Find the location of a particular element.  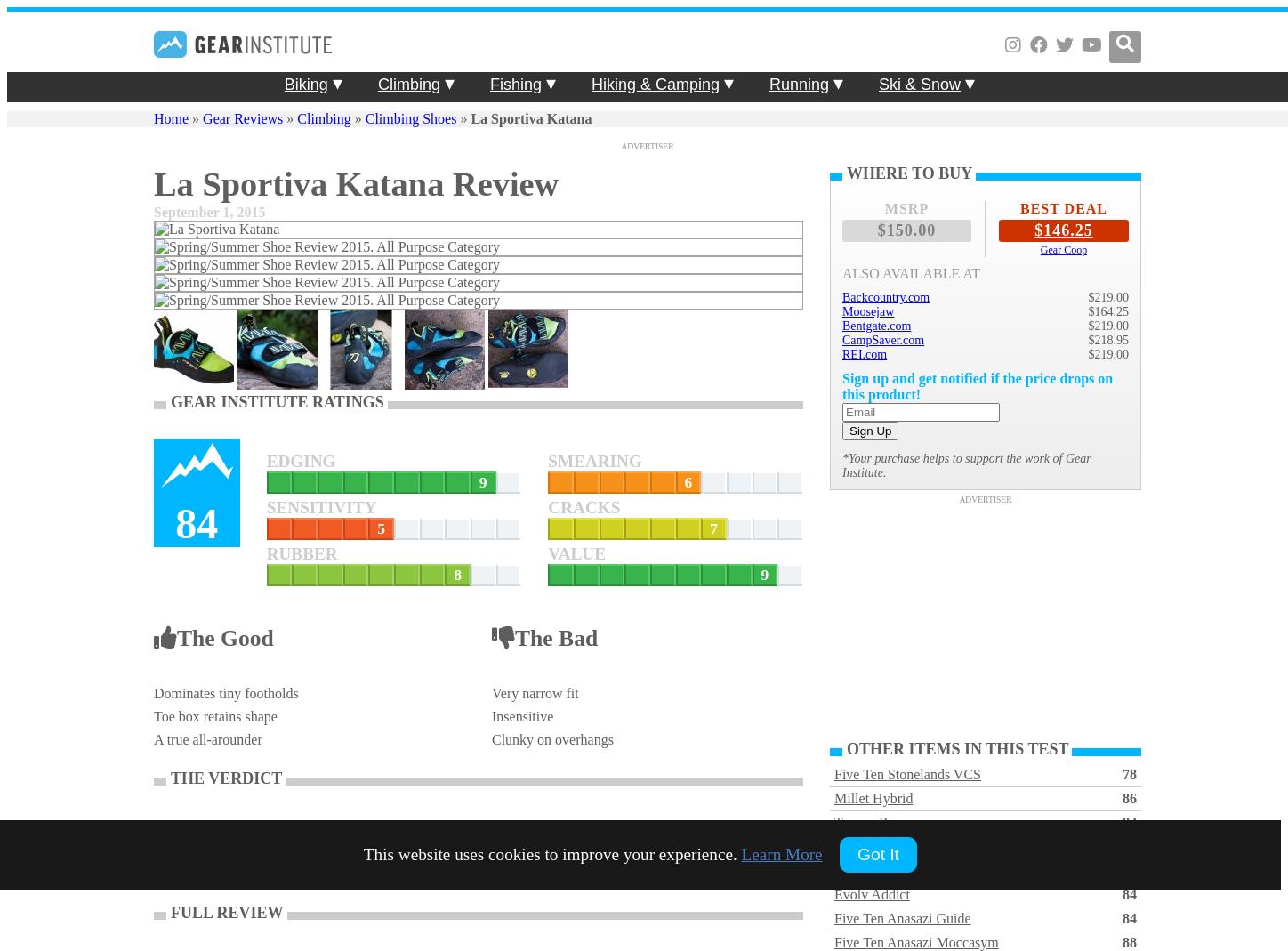

'Fishing' is located at coordinates (515, 84).